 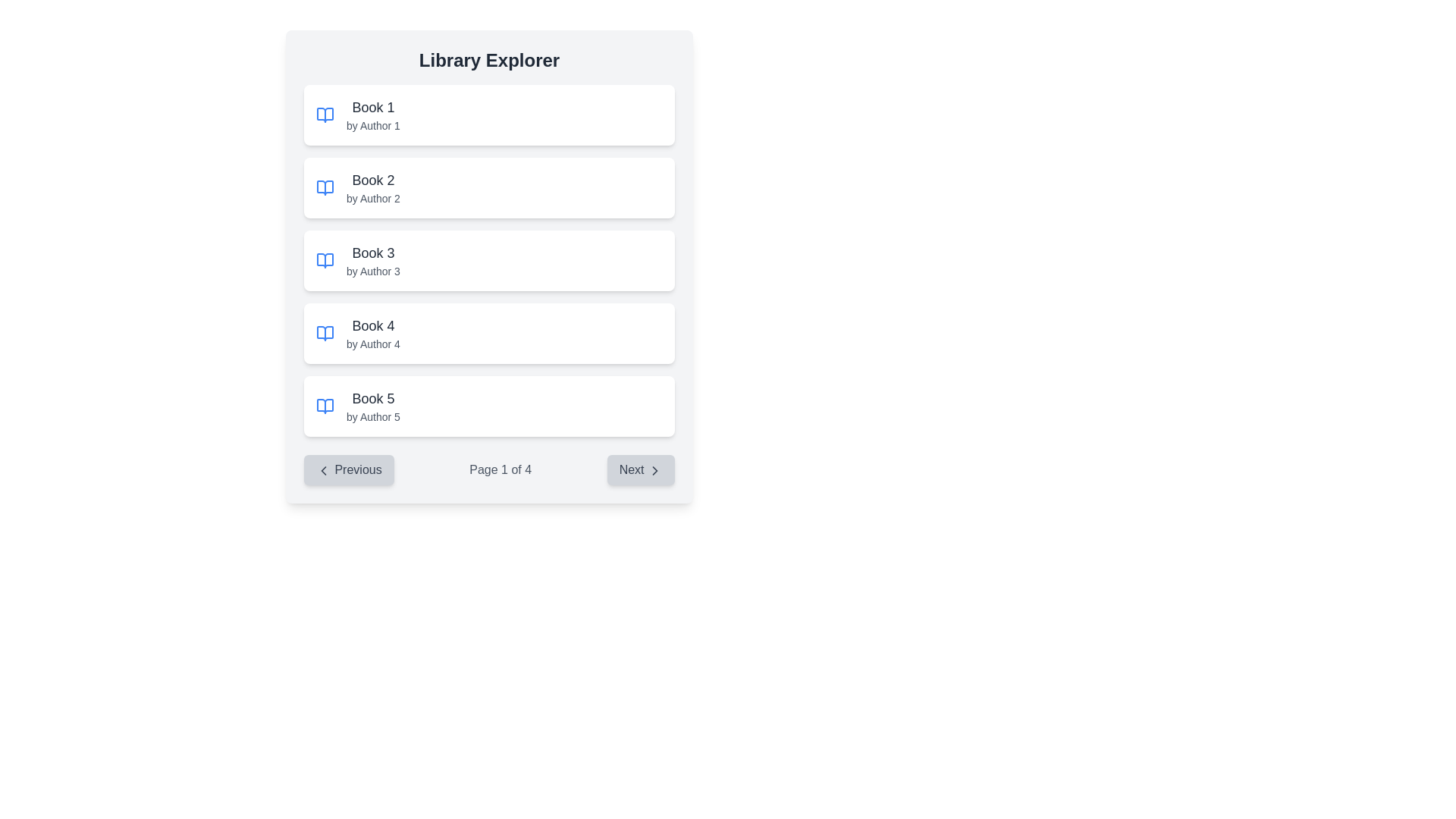 What do you see at coordinates (373, 344) in the screenshot?
I see `the text label displaying 'by Author 4', which is styled in a smaller gray font and located beneath the title 'Book 4' in the fourth item of the book list` at bounding box center [373, 344].